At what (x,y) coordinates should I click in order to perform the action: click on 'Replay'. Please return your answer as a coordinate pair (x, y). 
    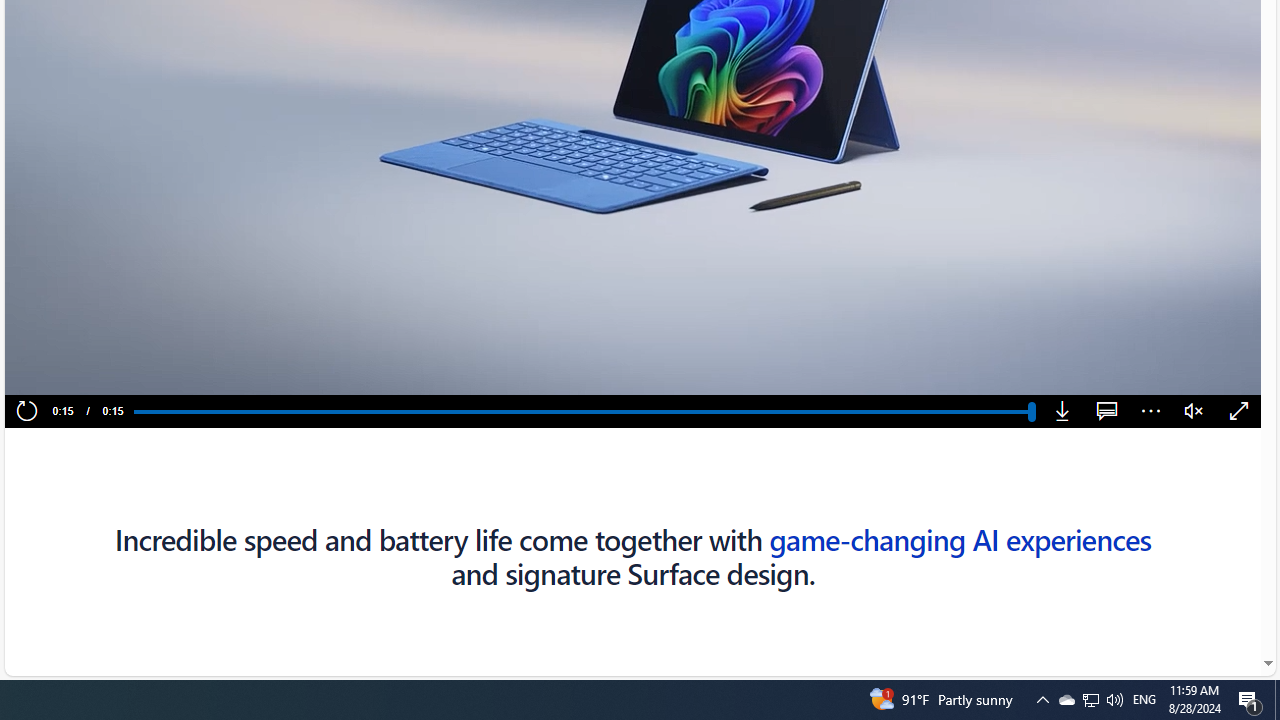
    Looking at the image, I should click on (26, 411).